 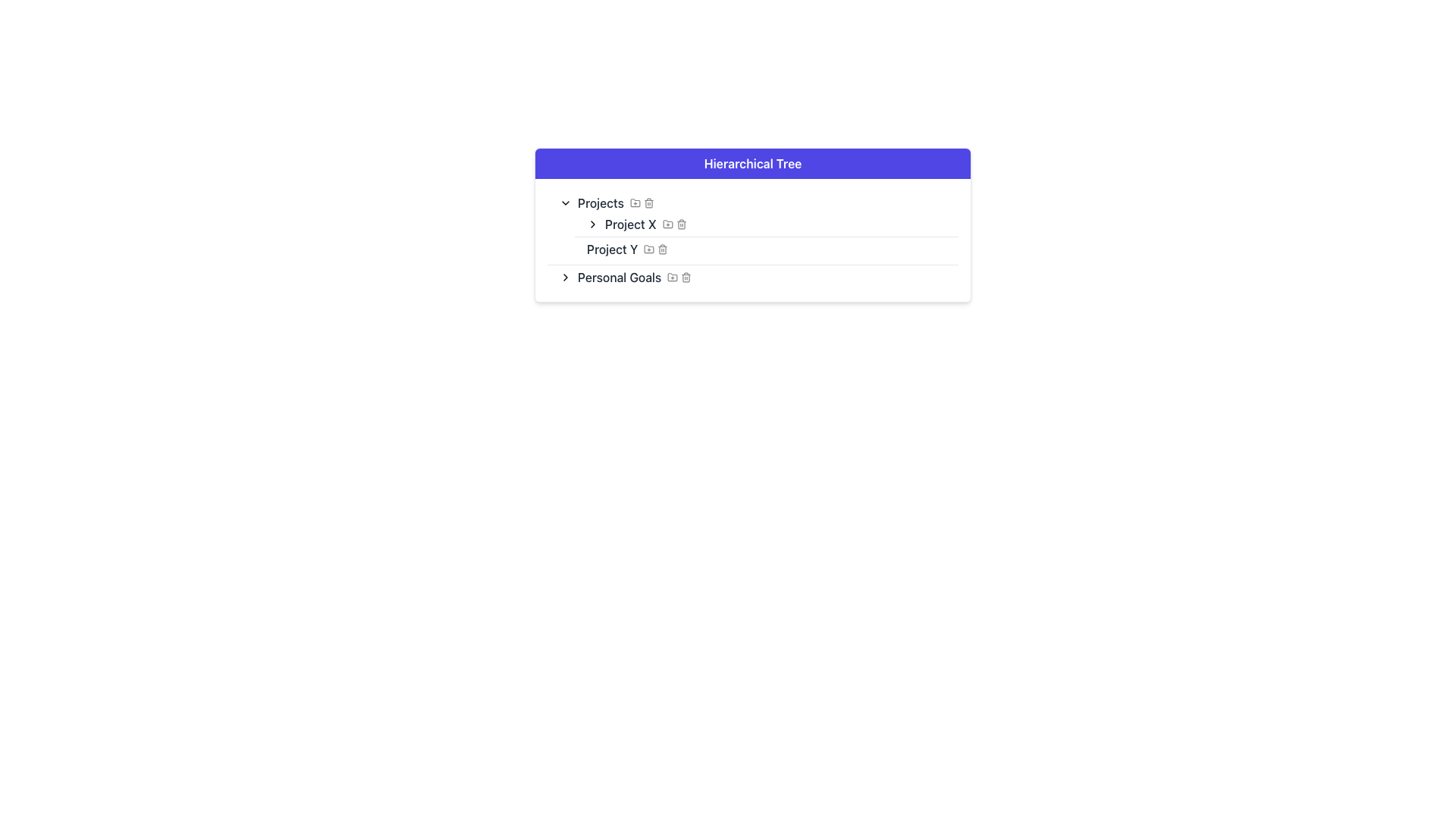 I want to click on the 'Project Y' text label, which is the second item under the 'Projects' section in the hierarchical tree structure, so click(x=612, y=248).